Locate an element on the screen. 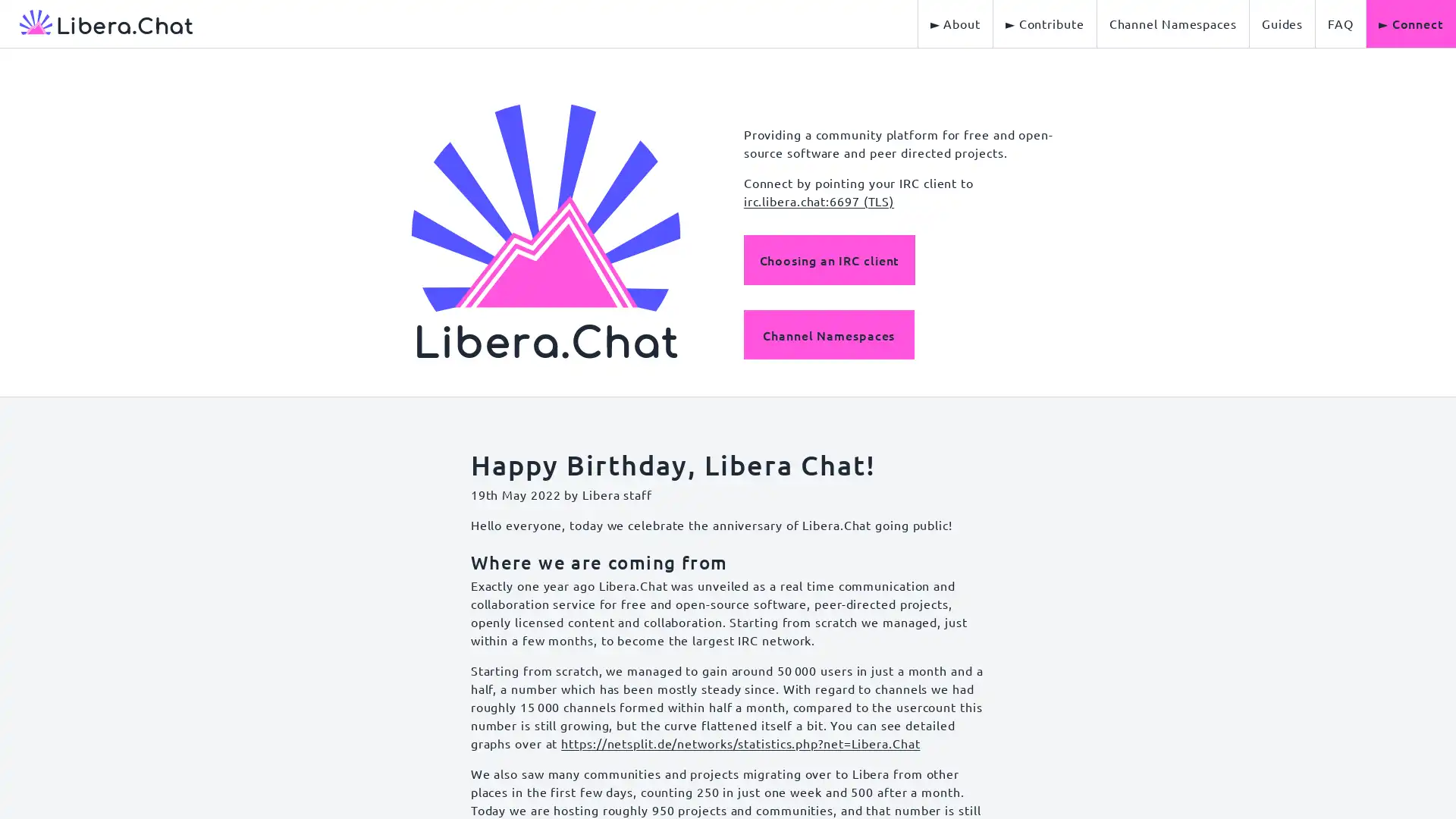  Choosing an IRC client is located at coordinates (828, 259).